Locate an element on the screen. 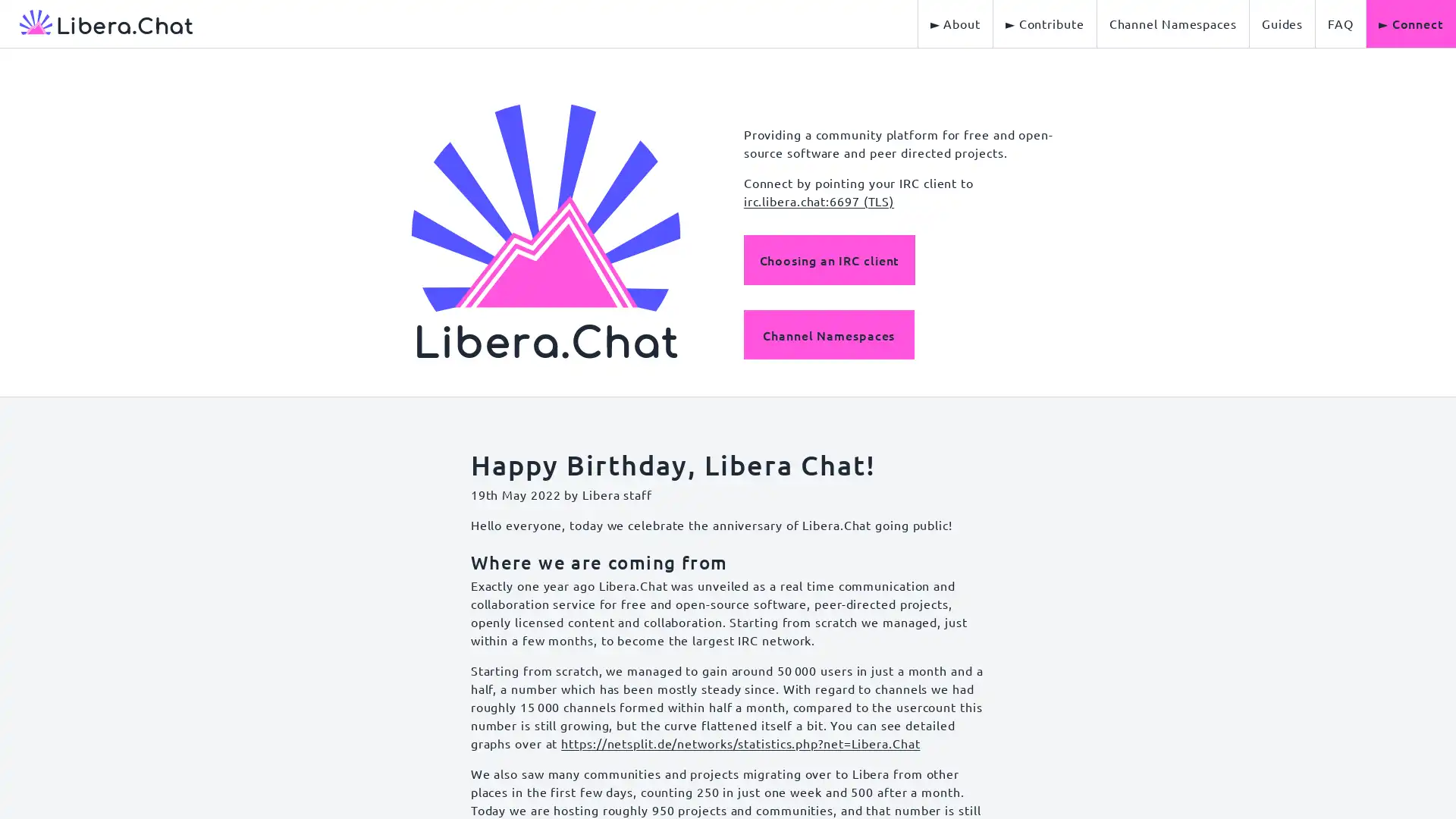  Choosing an IRC client is located at coordinates (828, 259).